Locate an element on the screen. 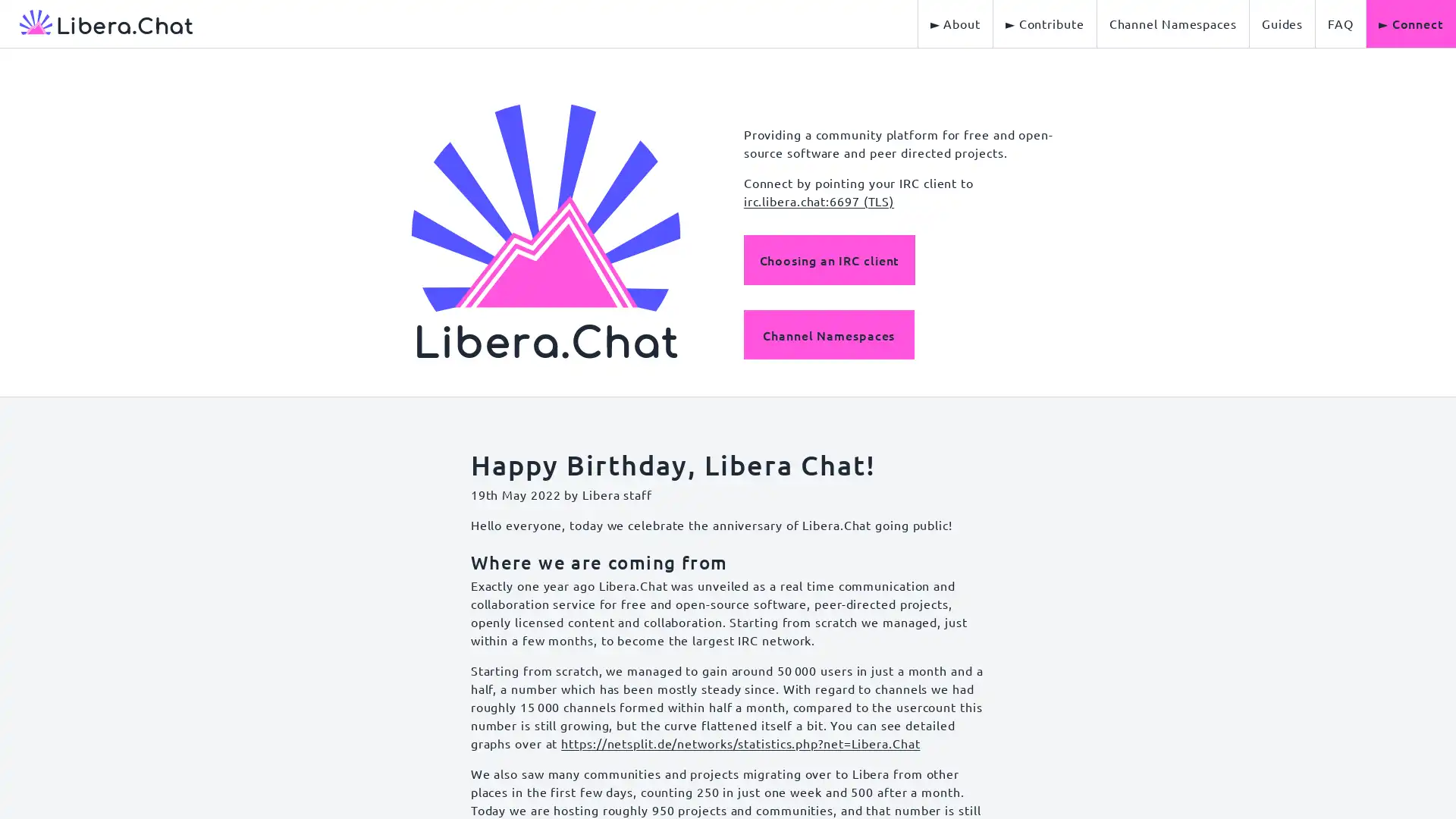  Choosing an IRC client is located at coordinates (828, 259).